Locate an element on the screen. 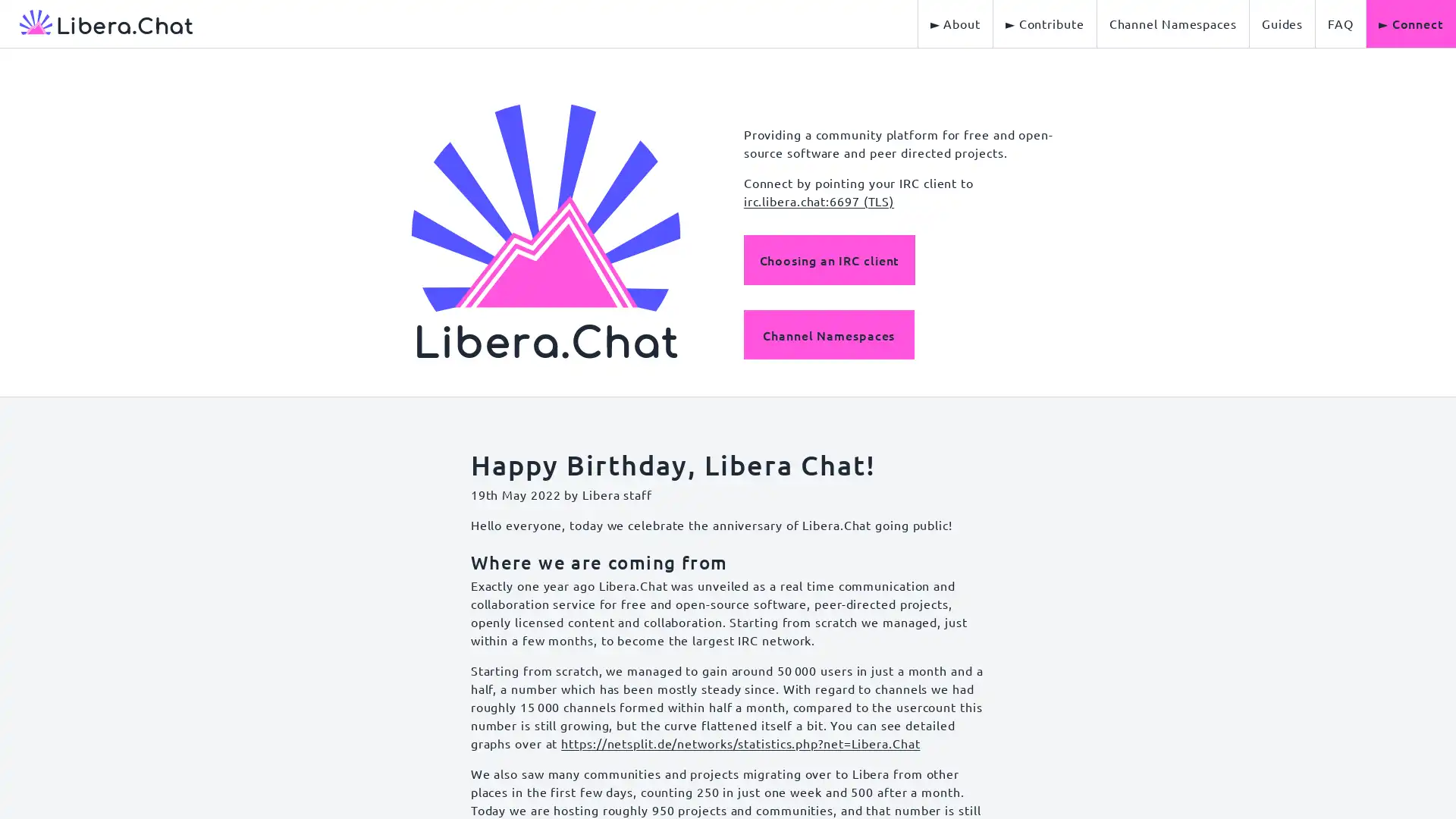  Choosing an IRC client is located at coordinates (828, 259).